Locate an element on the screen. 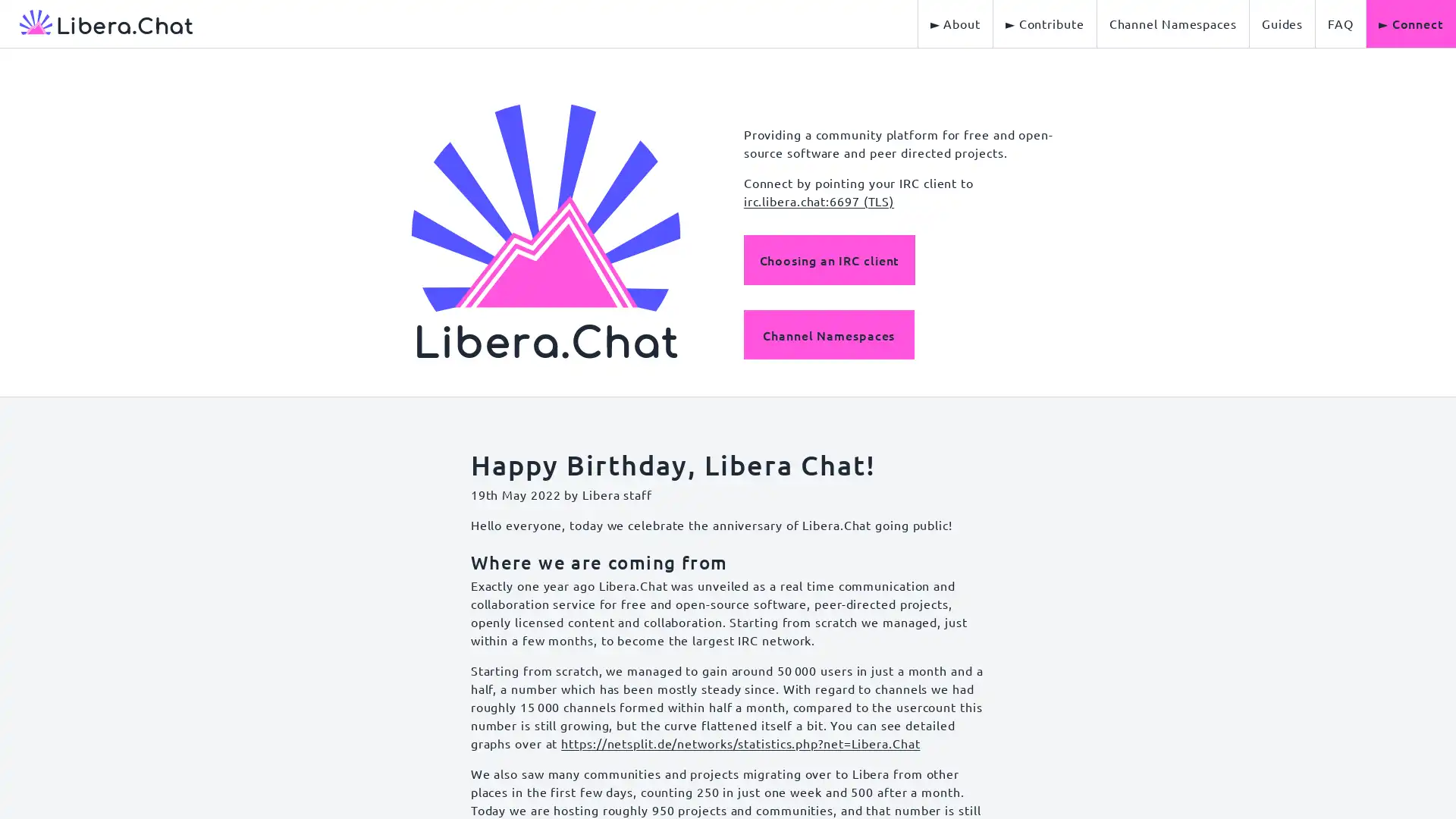  Choosing an IRC client is located at coordinates (828, 259).